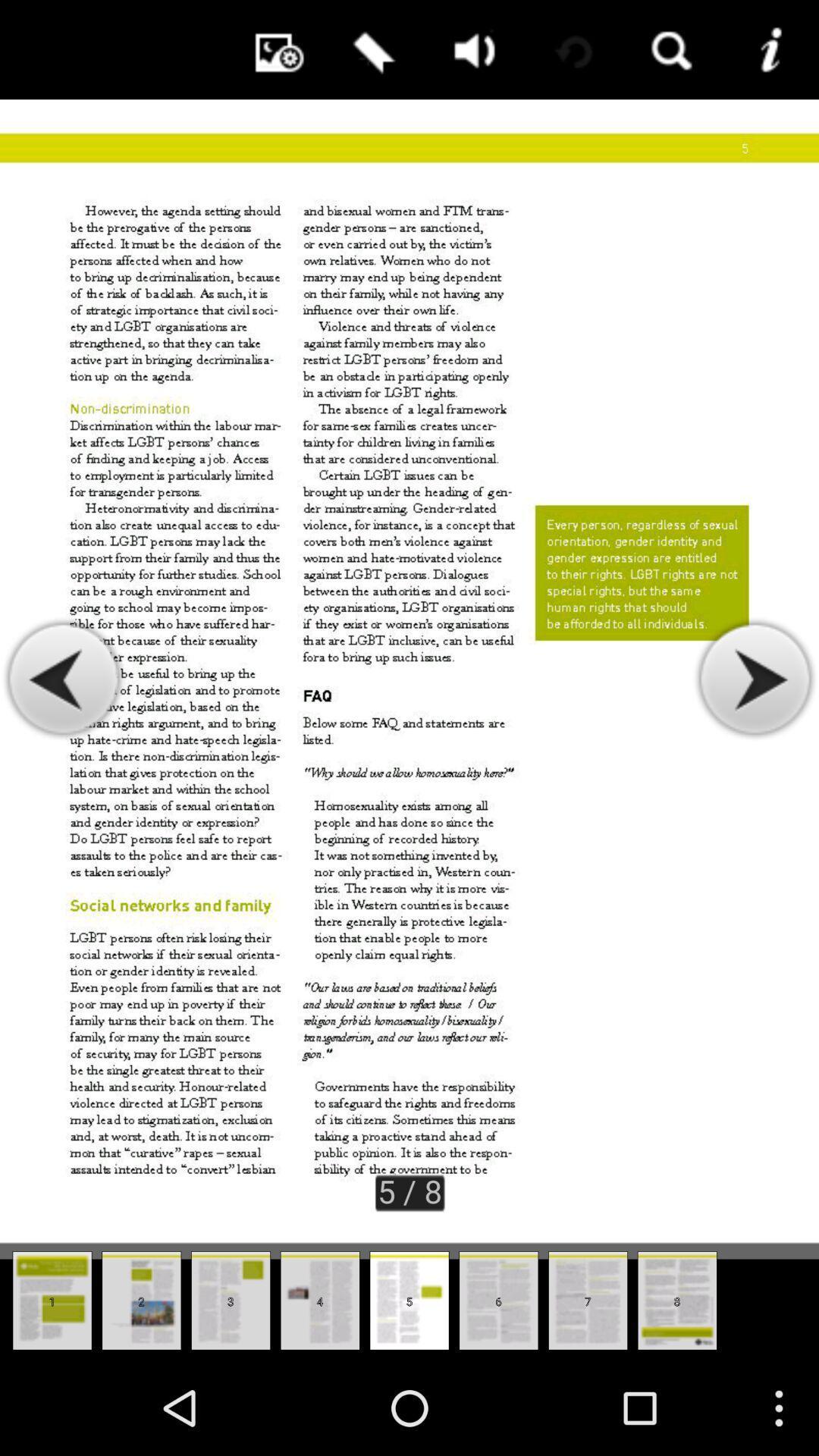  I want to click on 5 / 8 icon, so click(409, 1190).